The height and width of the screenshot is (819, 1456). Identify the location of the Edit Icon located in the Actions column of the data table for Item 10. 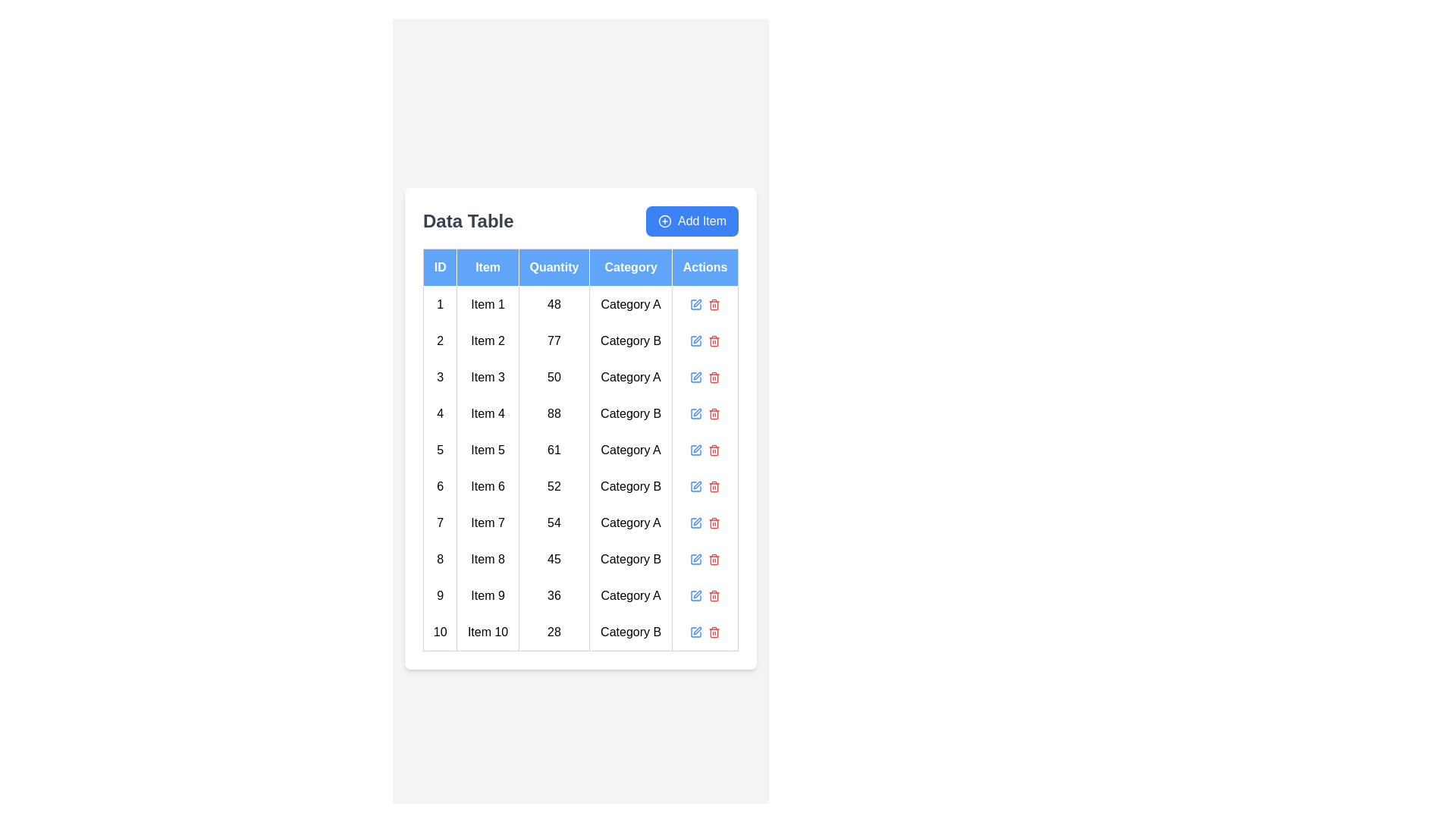
(697, 629).